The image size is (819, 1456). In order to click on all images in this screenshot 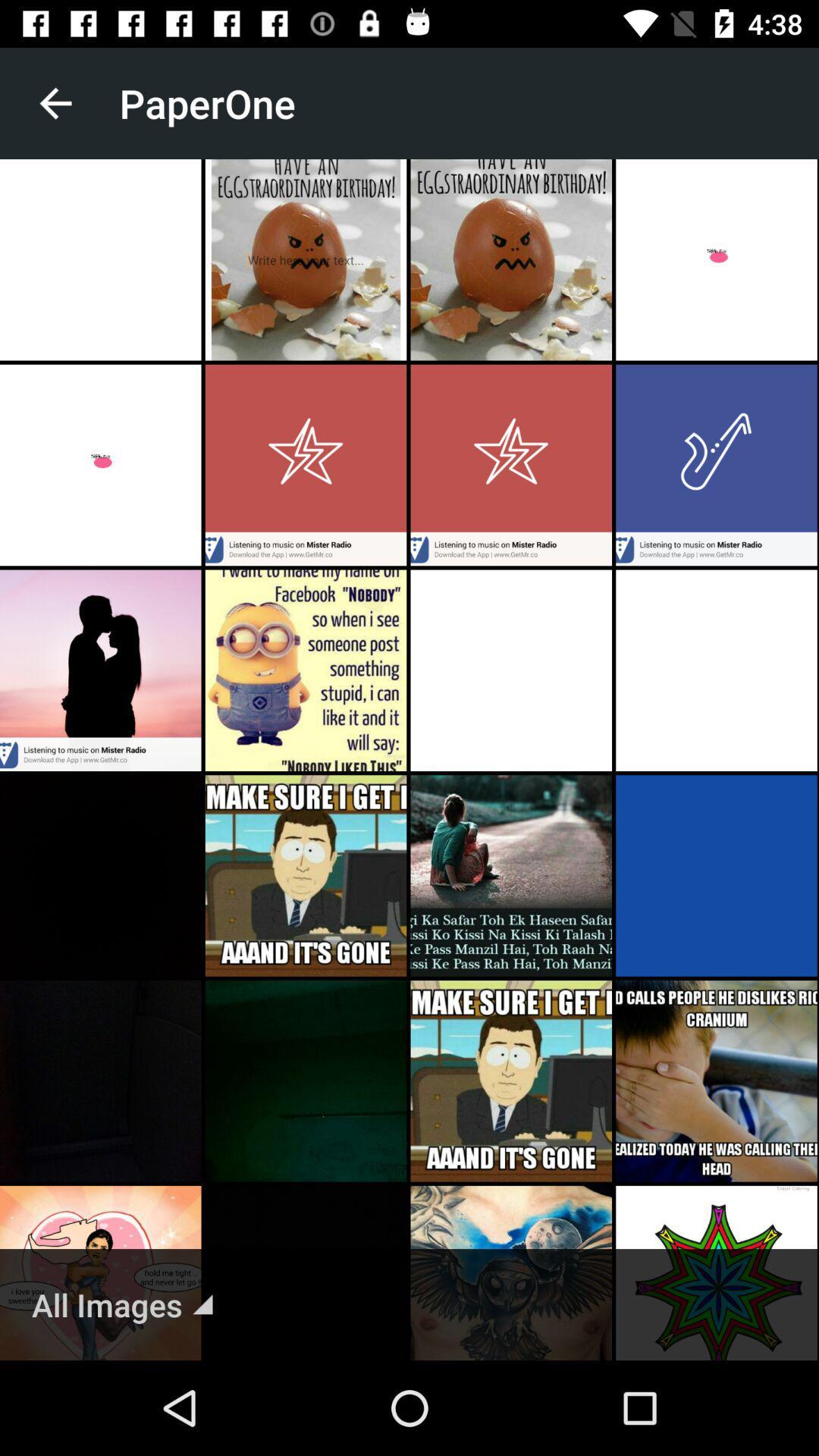, I will do `click(121, 1304)`.